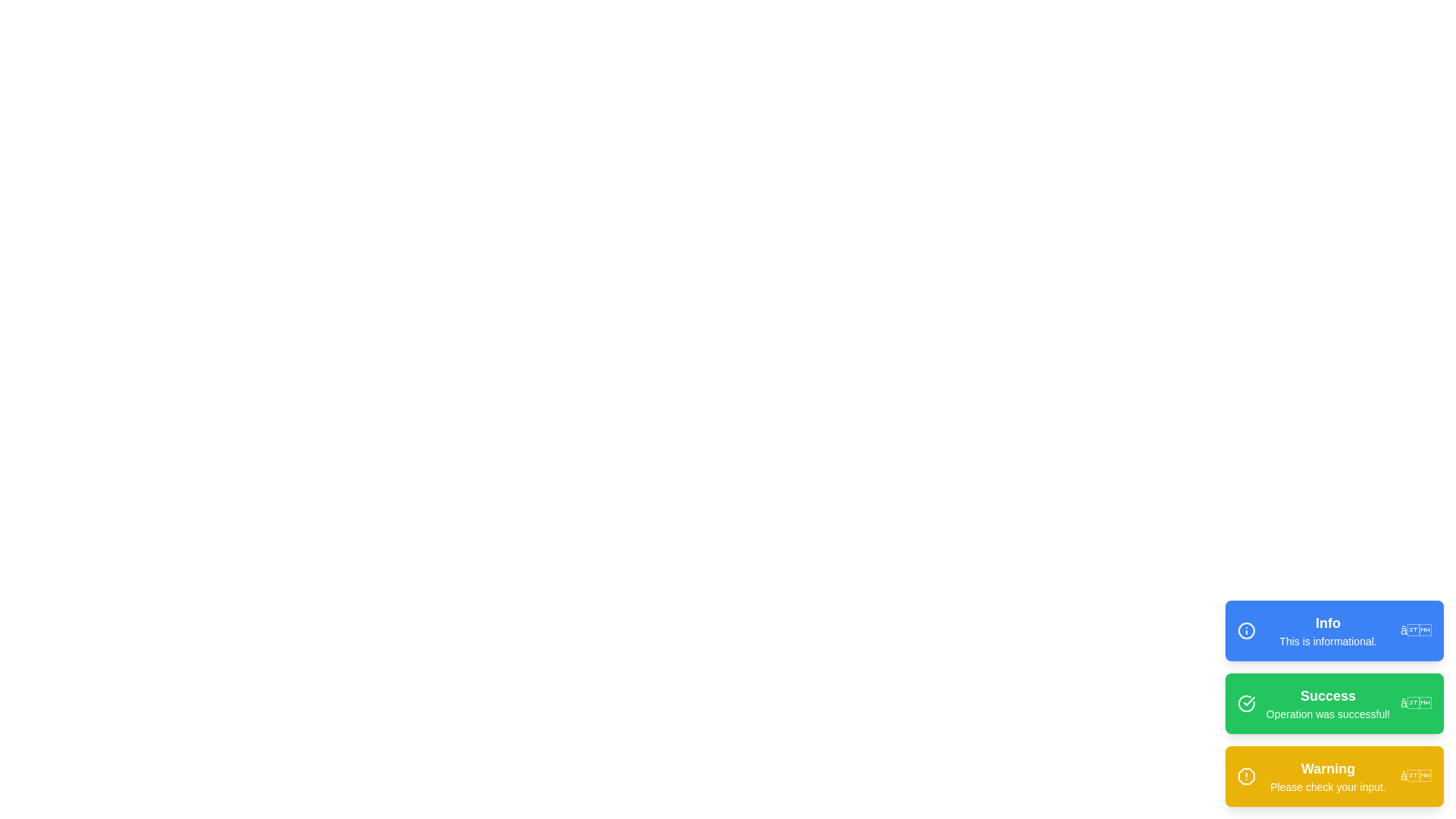  I want to click on the dismiss button located at the right edge of the notification box, so click(1415, 631).